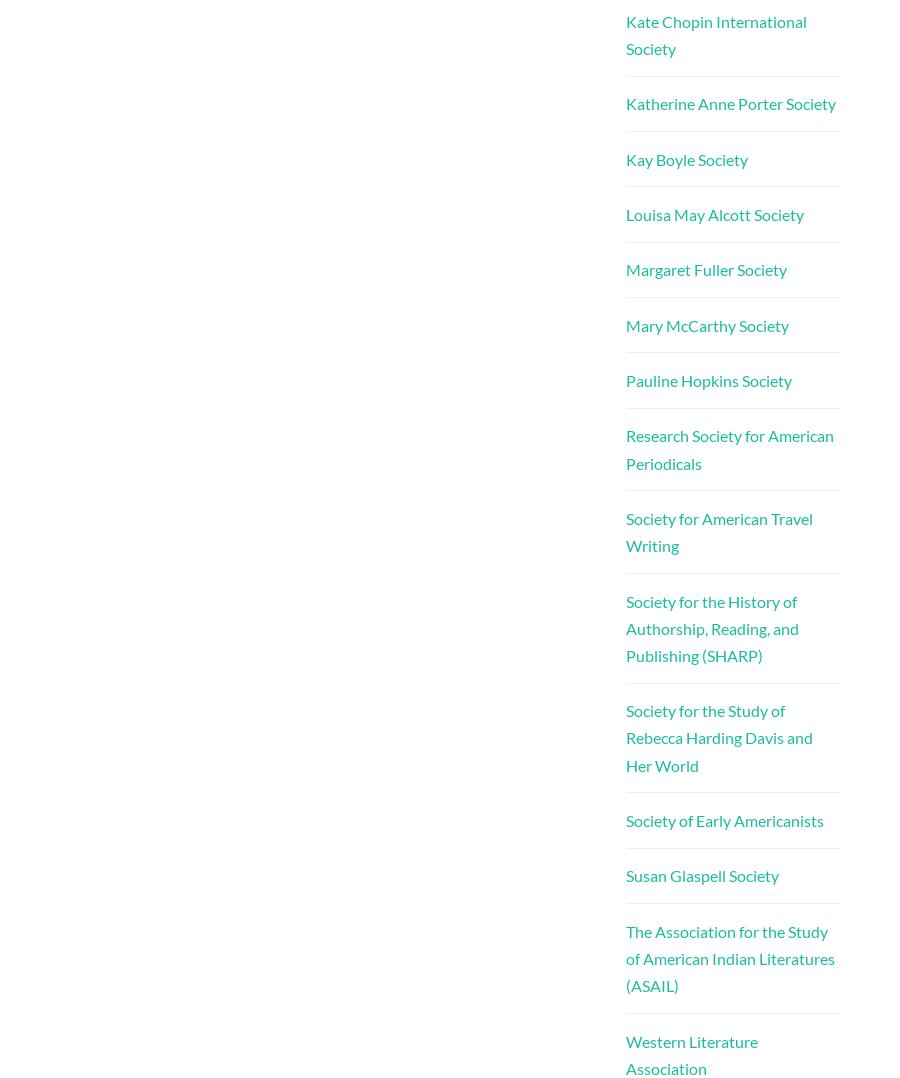 Image resolution: width=900 pixels, height=1078 pixels. Describe the element at coordinates (624, 957) in the screenshot. I see `'The Association for the Study of American Indian Literatures (ASAIL)'` at that location.